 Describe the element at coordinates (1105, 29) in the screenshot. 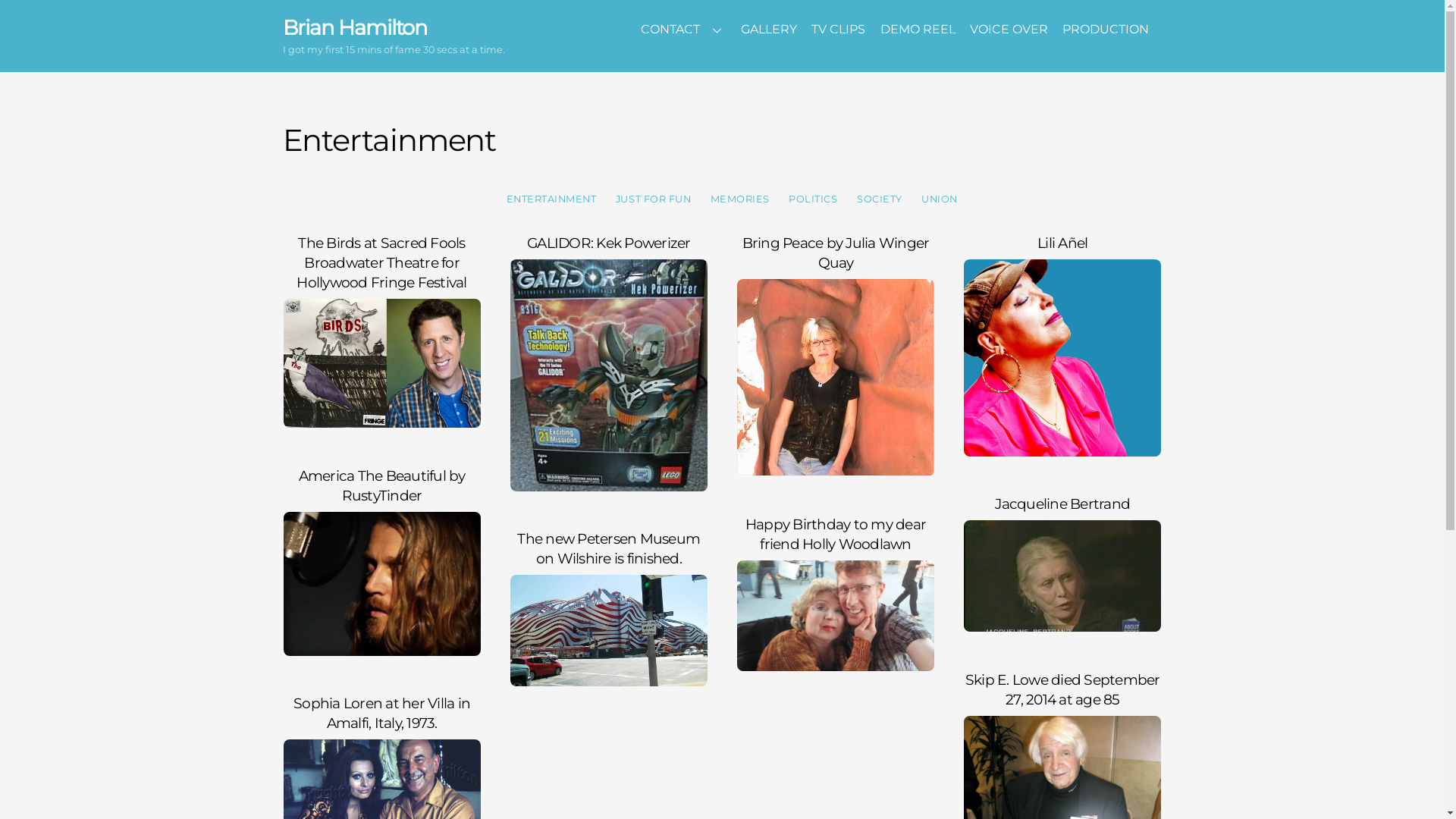

I see `'PRODUCTION'` at that location.